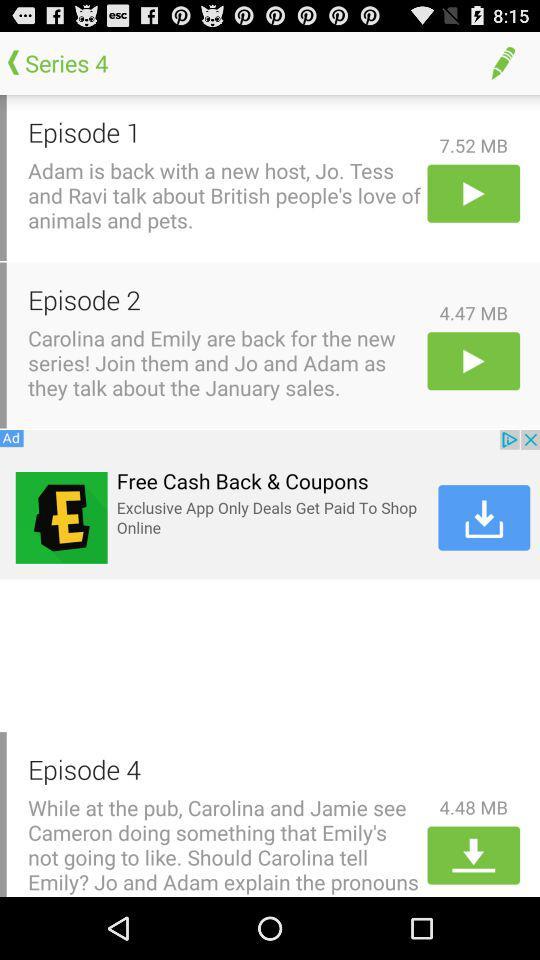 The width and height of the screenshot is (540, 960). I want to click on download episode 4, so click(472, 854).